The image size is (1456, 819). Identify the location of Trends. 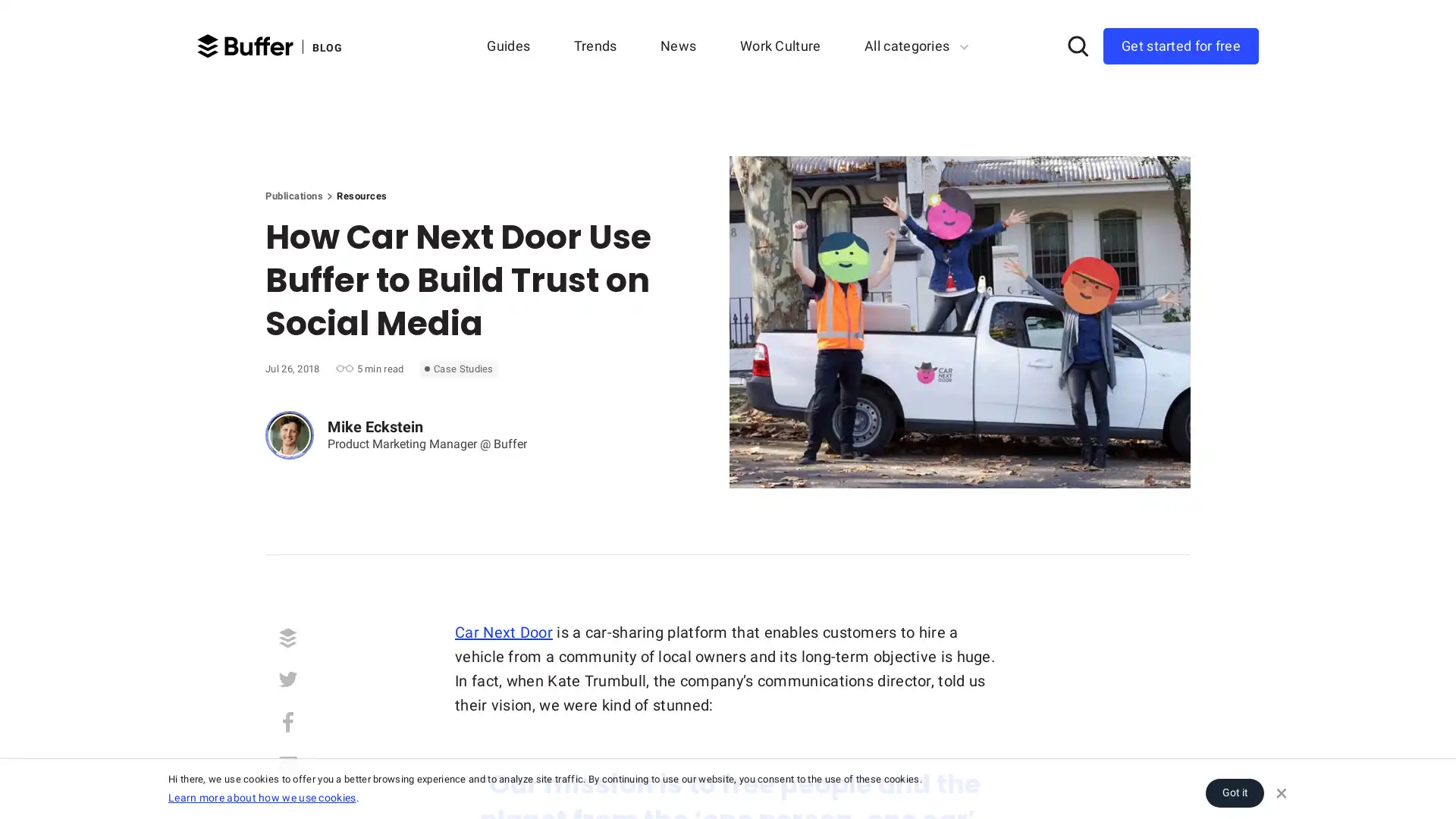
(594, 45).